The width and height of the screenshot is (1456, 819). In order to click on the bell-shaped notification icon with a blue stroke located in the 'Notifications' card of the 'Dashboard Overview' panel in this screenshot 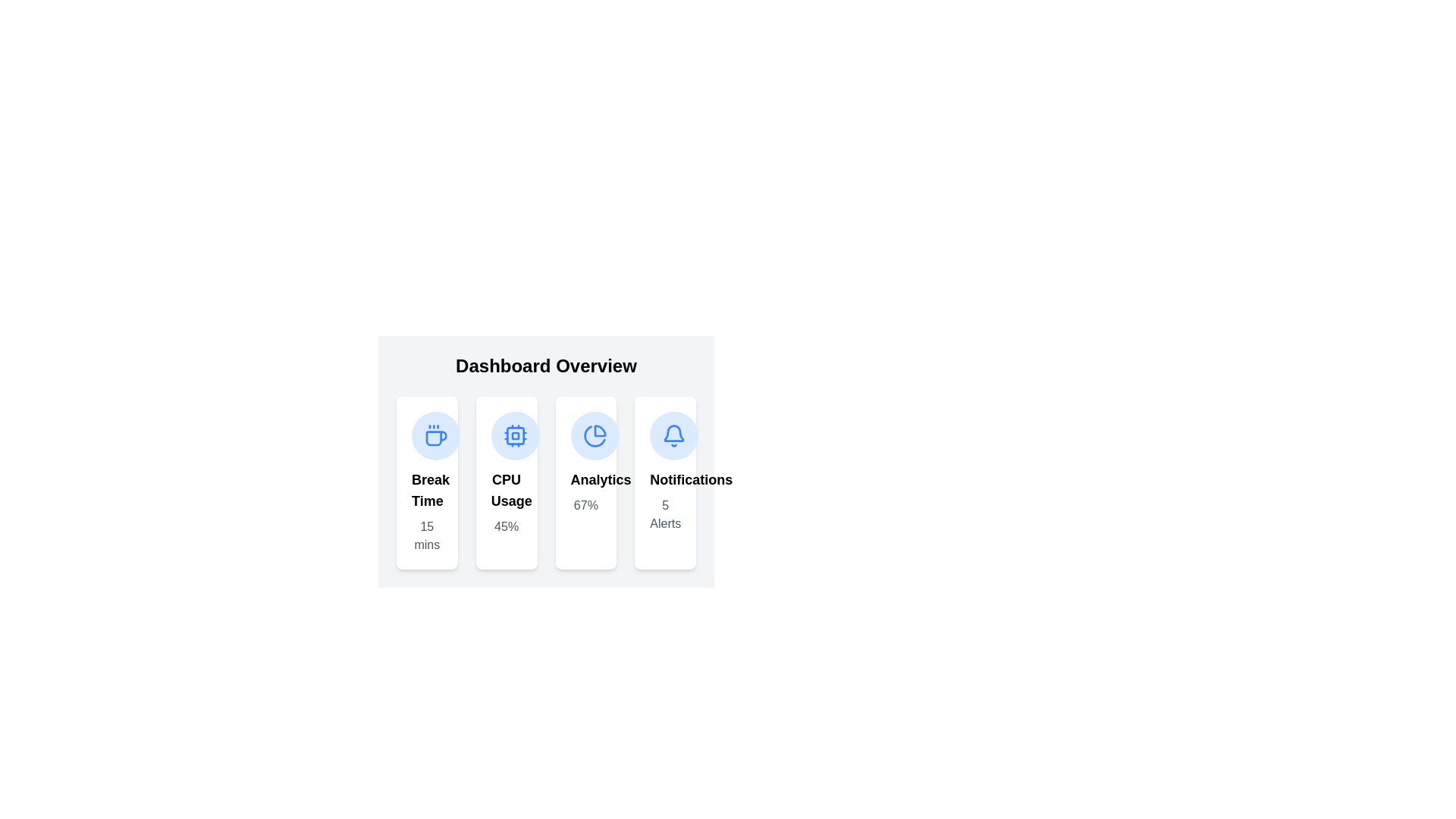, I will do `click(673, 435)`.